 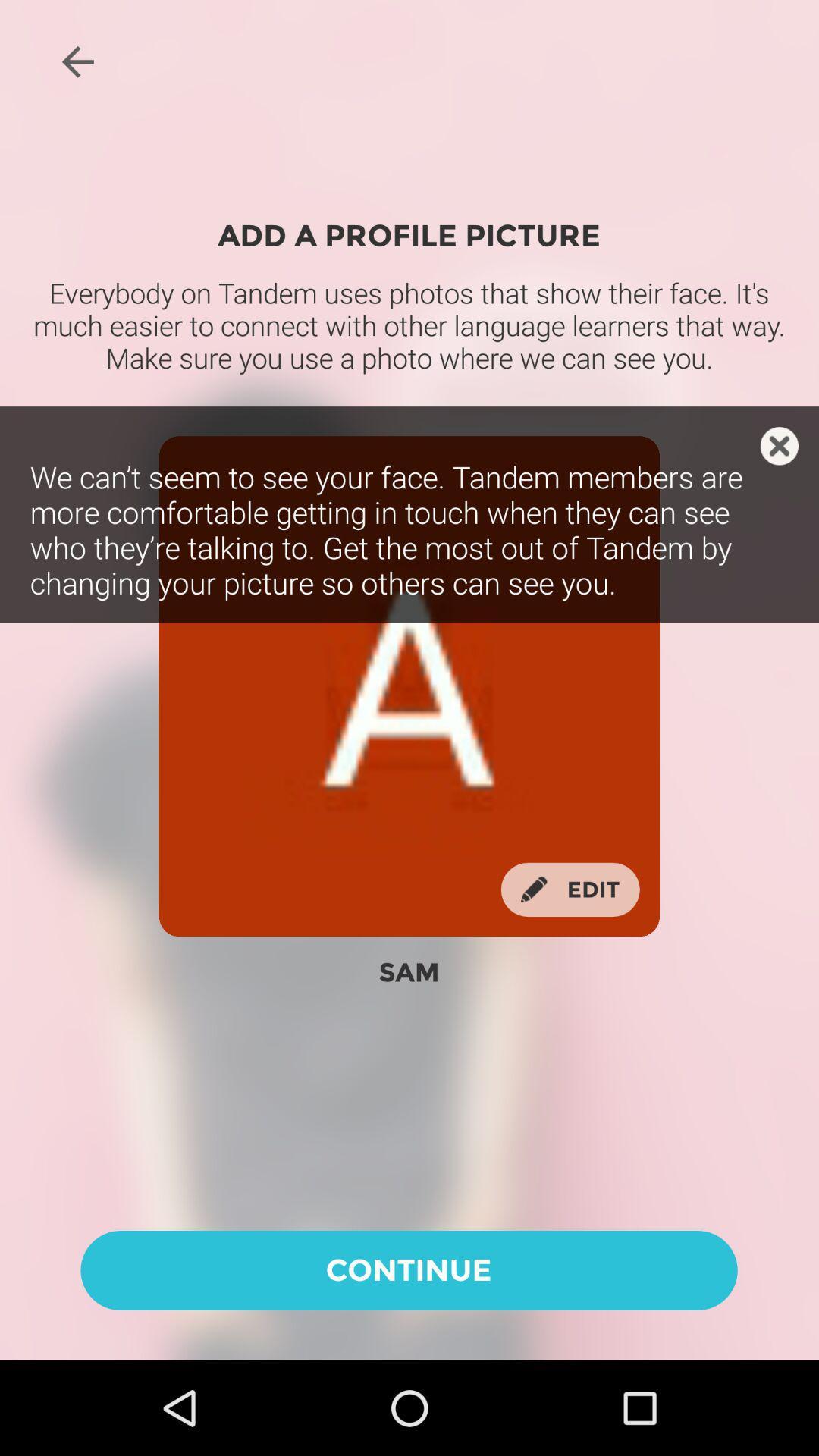 I want to click on the close icon, so click(x=779, y=445).